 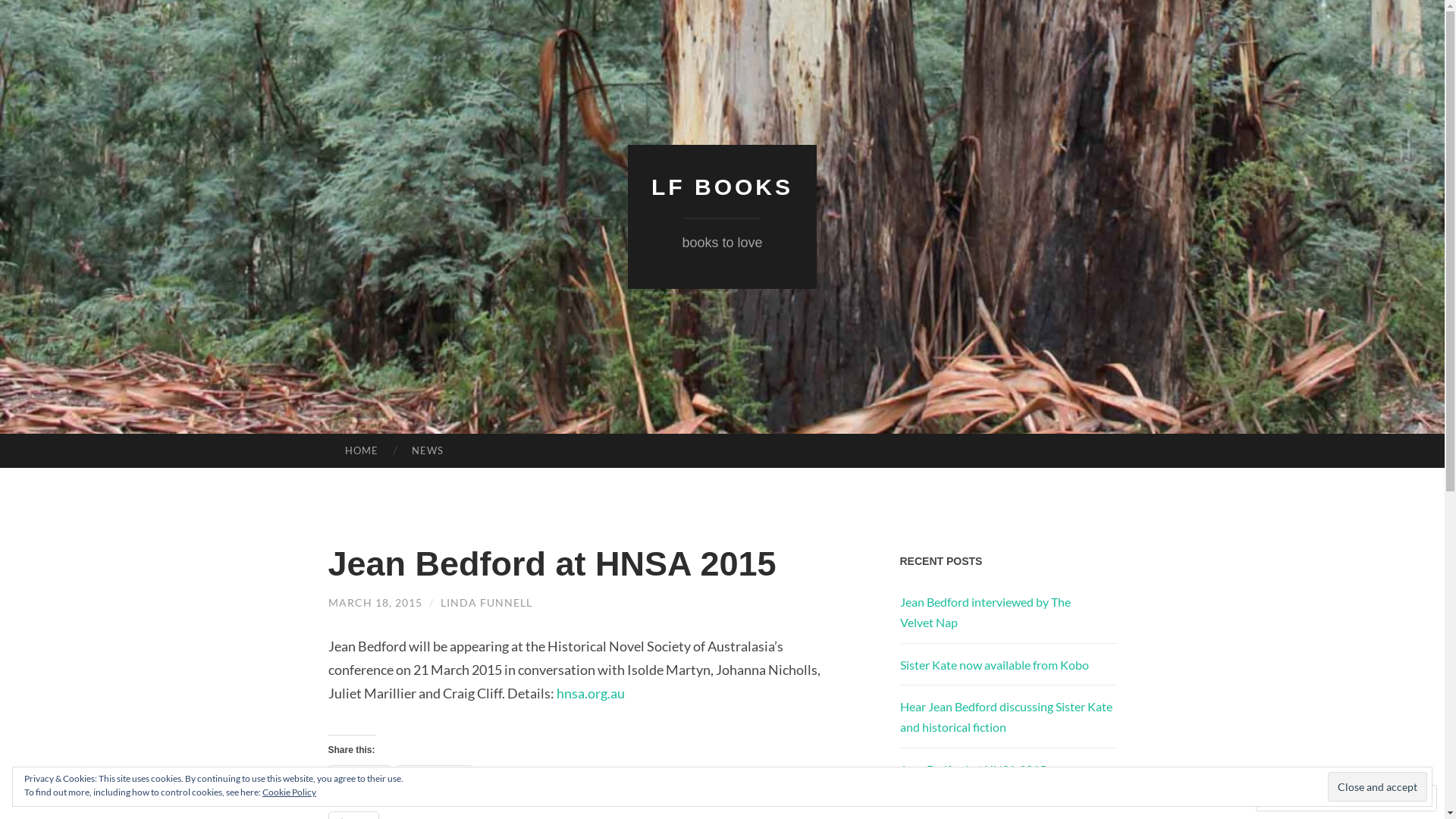 What do you see at coordinates (262, 791) in the screenshot?
I see `'Cookie Policy'` at bounding box center [262, 791].